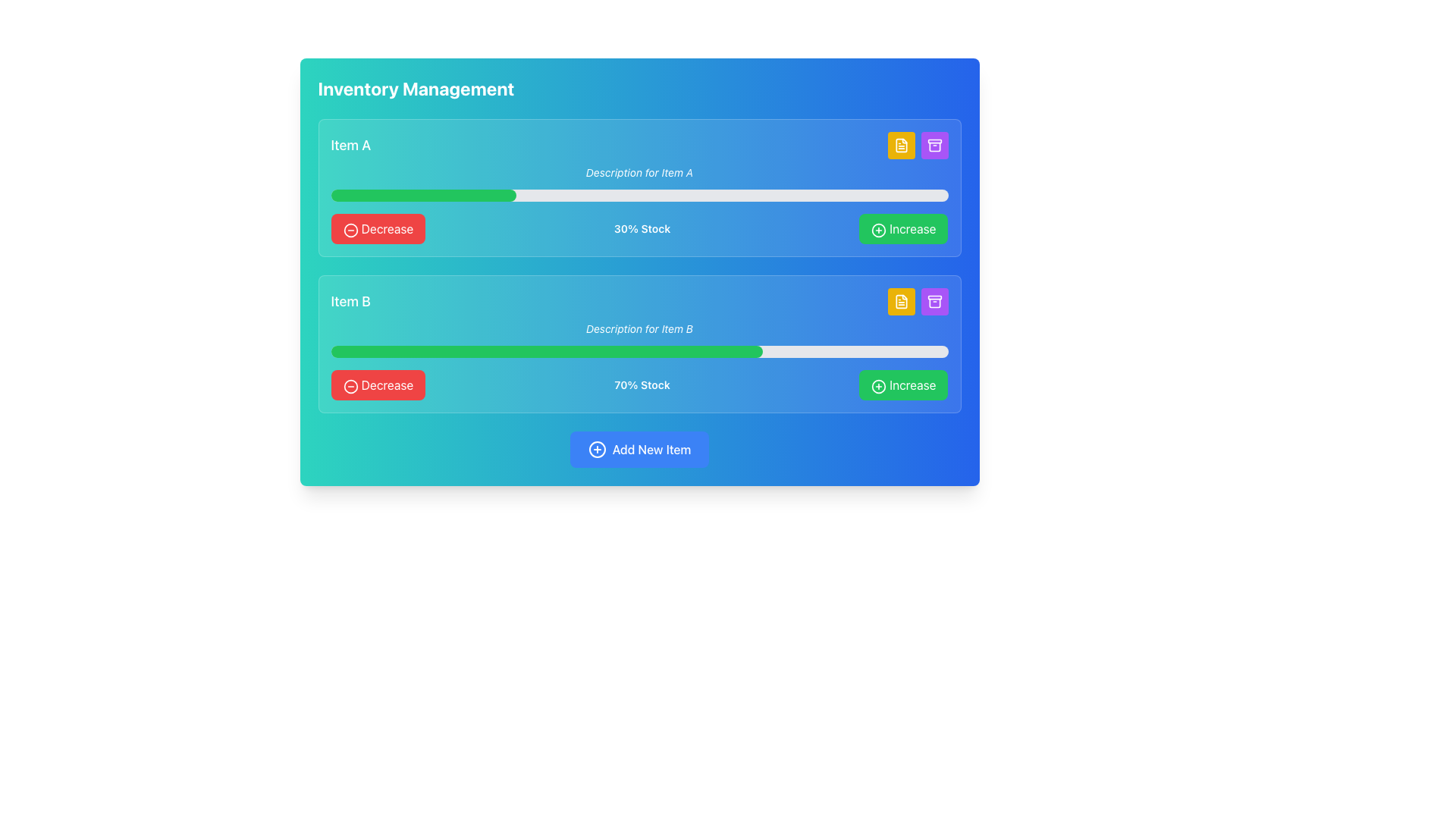  Describe the element at coordinates (901, 146) in the screenshot. I see `the file icon, which is styled as a flat yellow document outline with a folded corner, located in the top-right corner of the 'Item A' section within a yellow square button` at that location.